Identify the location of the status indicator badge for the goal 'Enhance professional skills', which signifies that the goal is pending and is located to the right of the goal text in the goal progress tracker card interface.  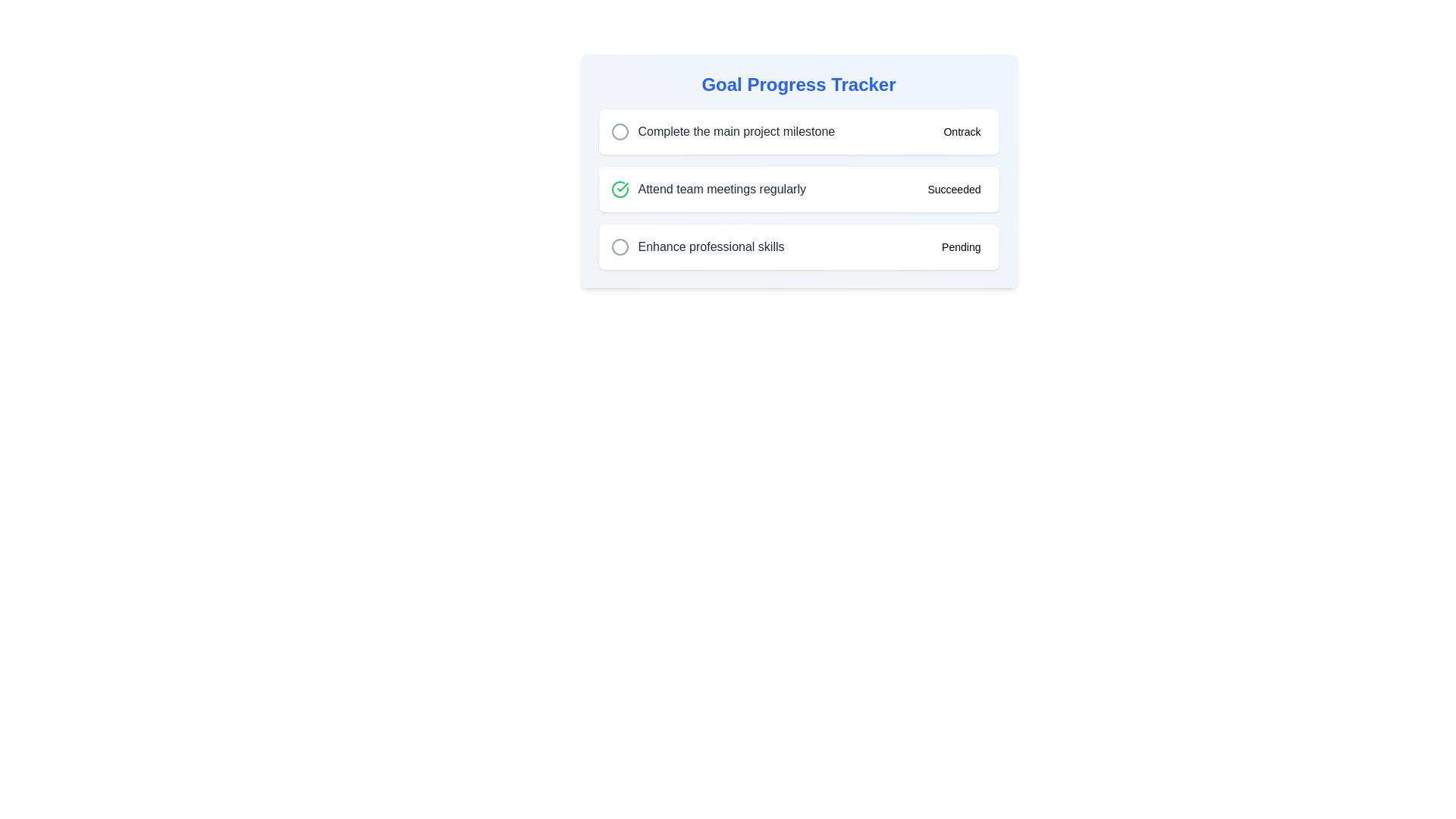
(960, 246).